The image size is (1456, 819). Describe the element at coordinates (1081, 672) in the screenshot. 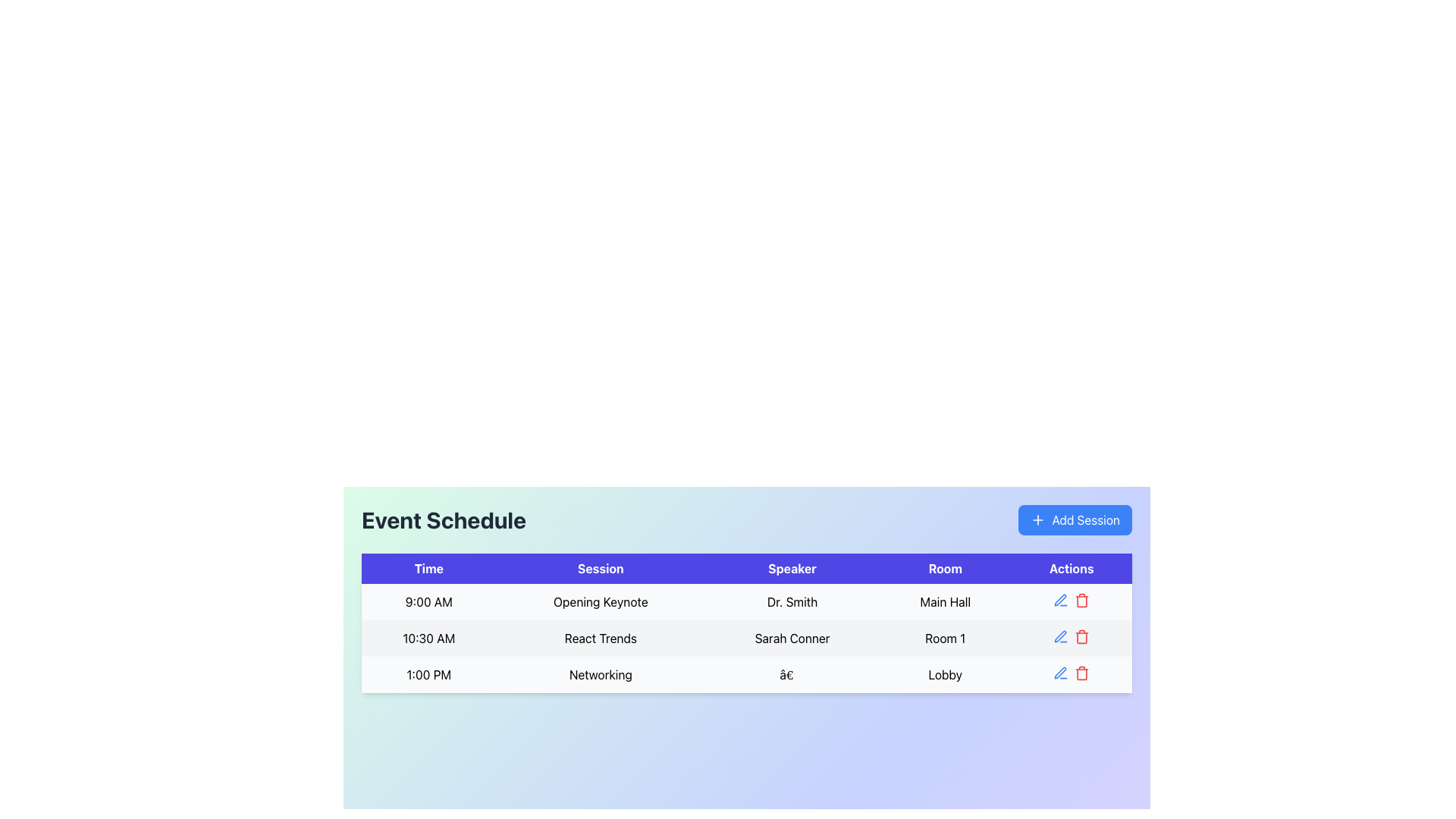

I see `the trash icon, which is a red delete button located in the 'Actions' column of the last row in the event schedule table` at that location.